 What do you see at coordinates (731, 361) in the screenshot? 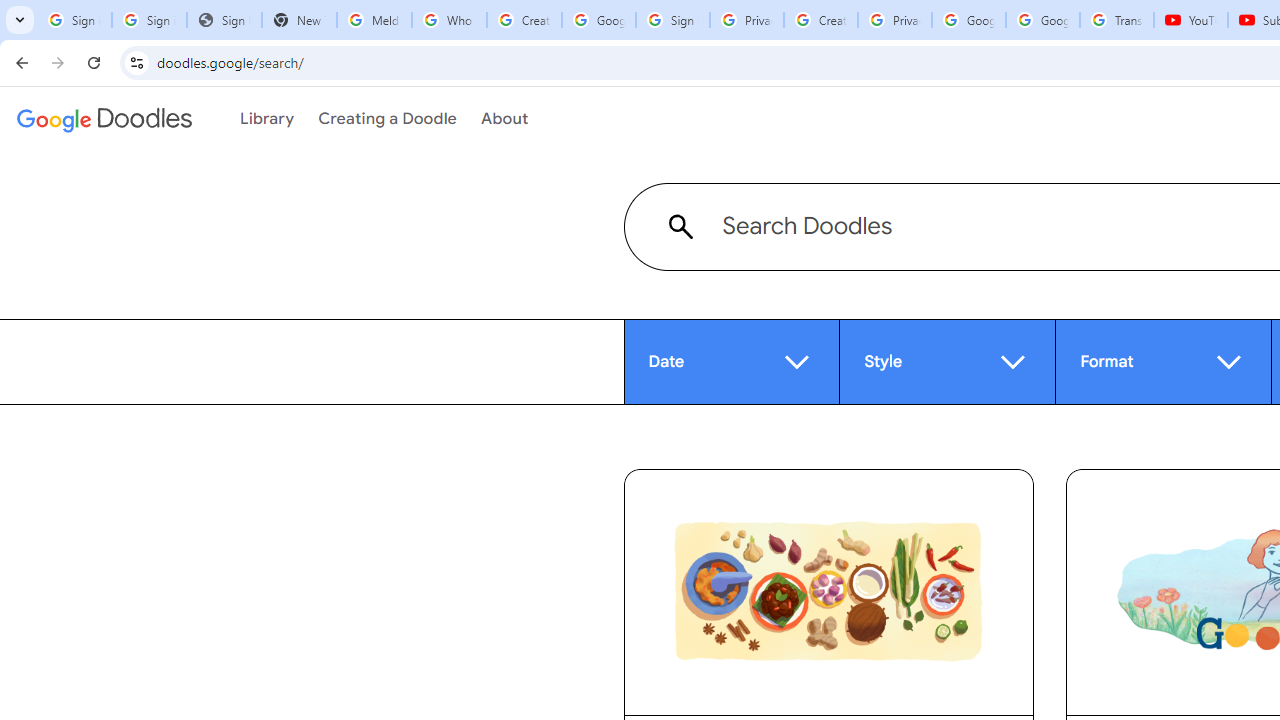
I see `'Date'` at bounding box center [731, 361].